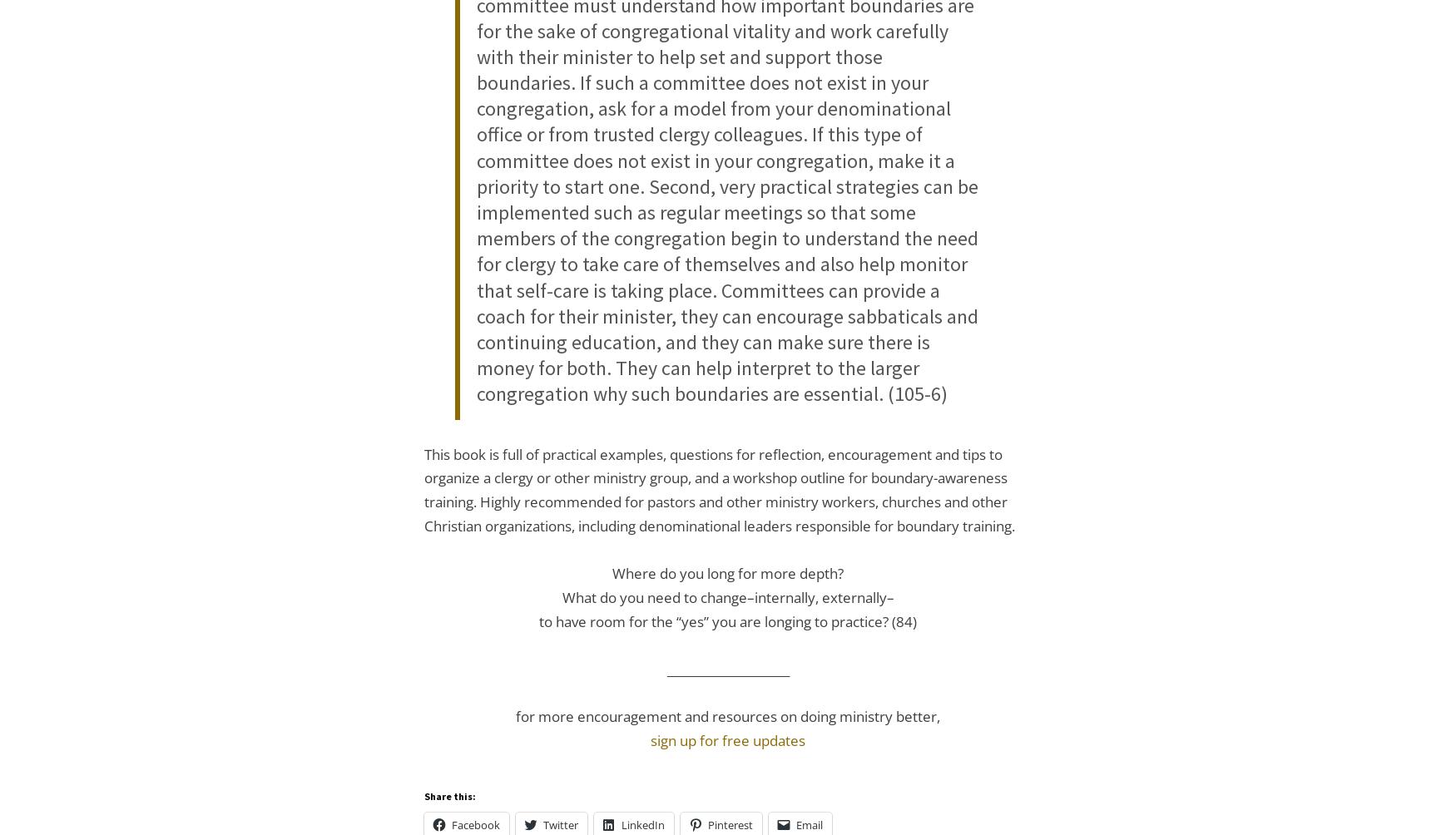  I want to click on 'Facebook', so click(451, 823).